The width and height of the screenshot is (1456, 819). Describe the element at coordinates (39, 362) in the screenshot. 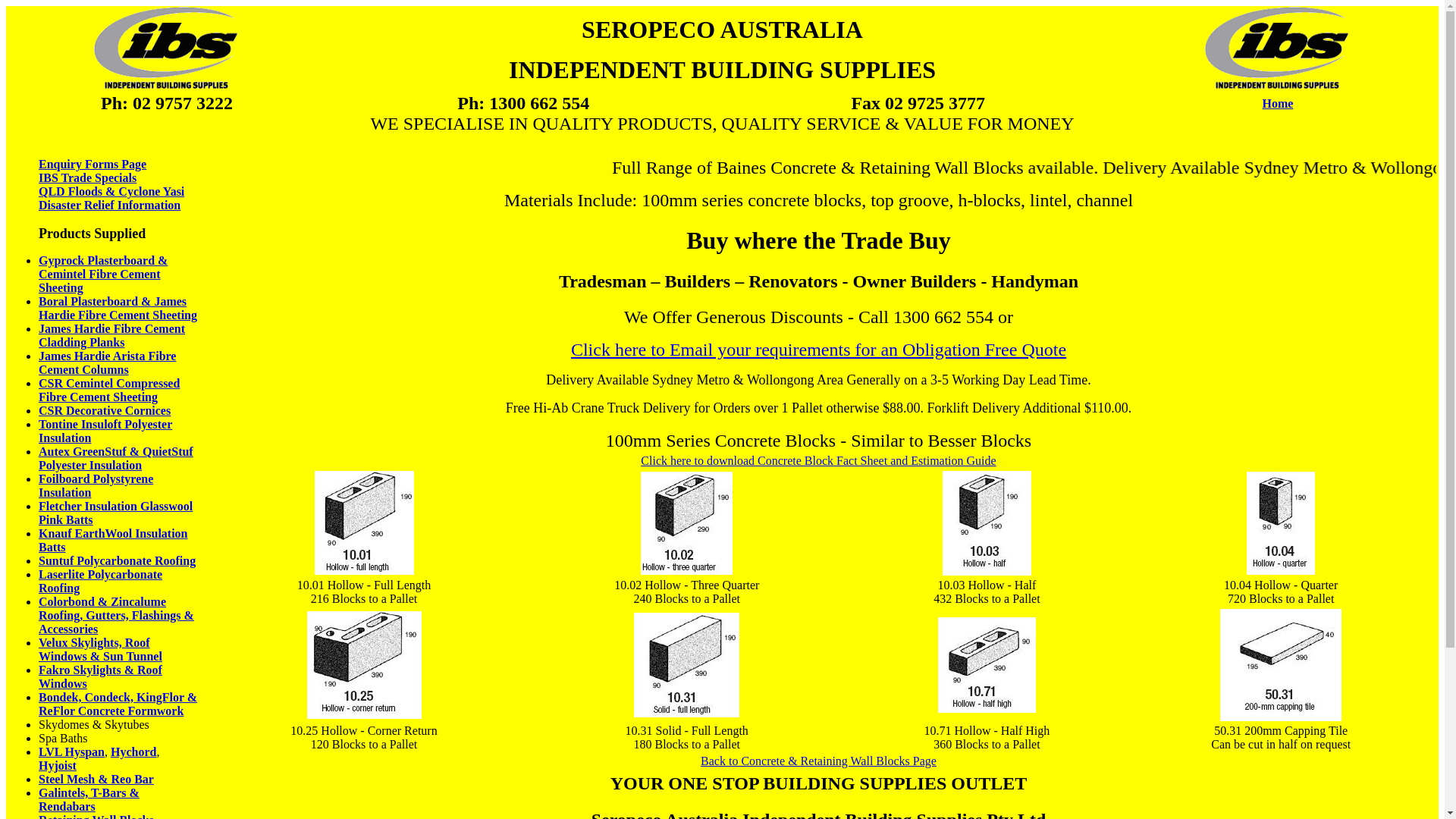

I see `'James Hardie Arista Fibre Cement Columns'` at that location.